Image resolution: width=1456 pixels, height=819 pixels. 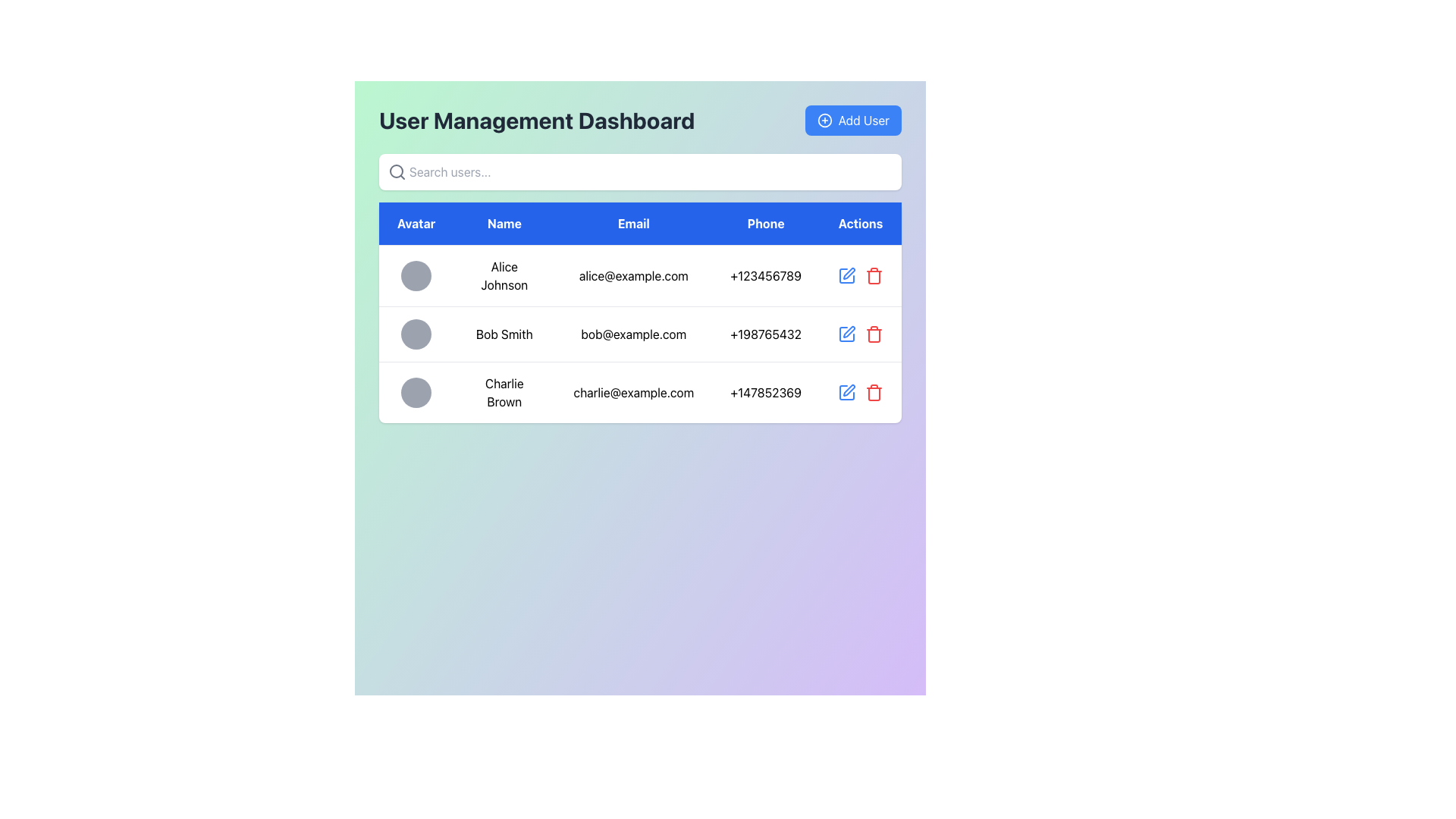 I want to click on the text label representing the name of the first user listed in the table, so click(x=504, y=275).